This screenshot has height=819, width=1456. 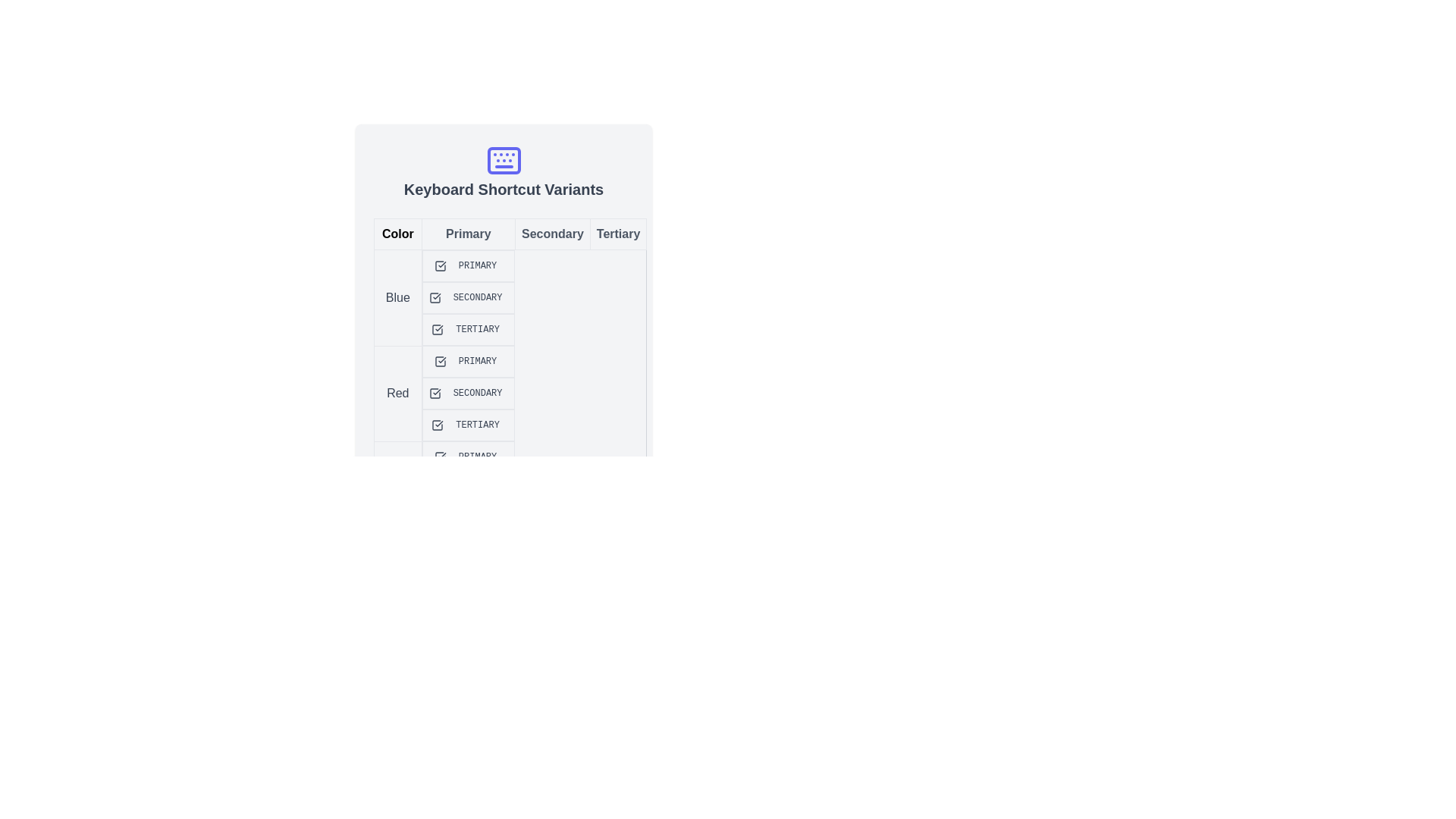 I want to click on the rectangular component of the keyboard-like icon located in the center of the icon, beneath the top row of small circles and above the bottom horizontal bar, so click(x=504, y=161).